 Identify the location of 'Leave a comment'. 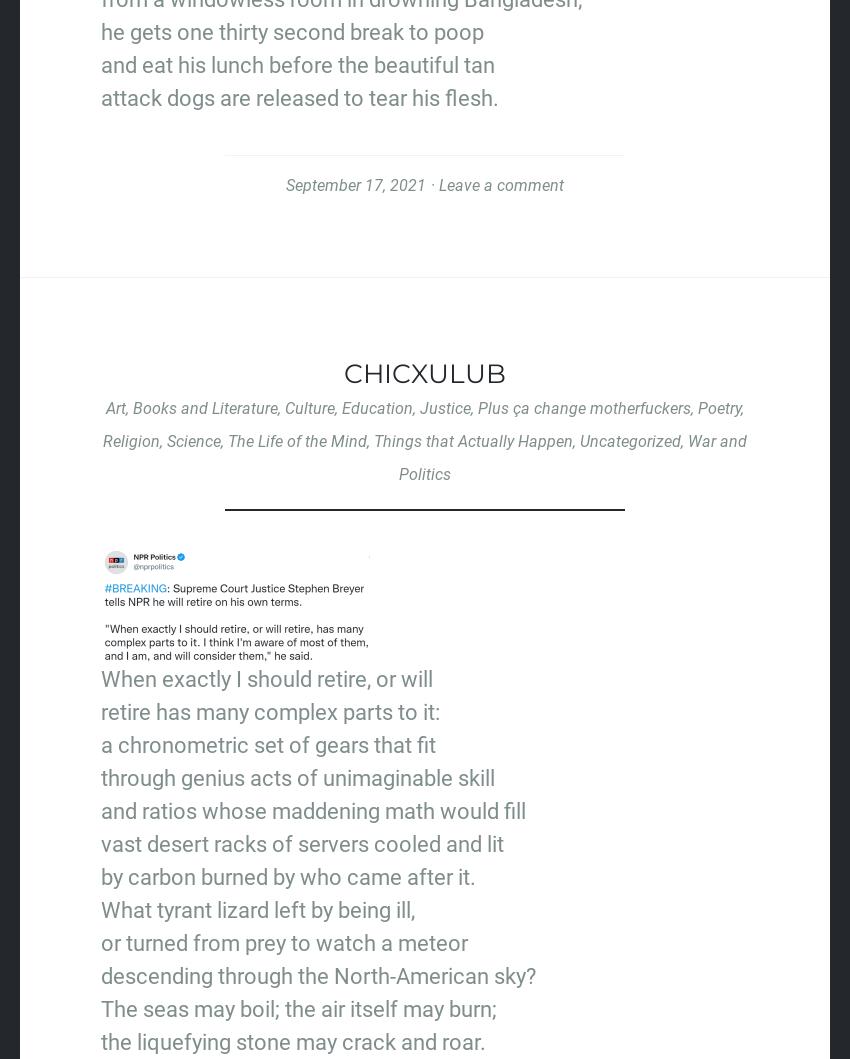
(501, 183).